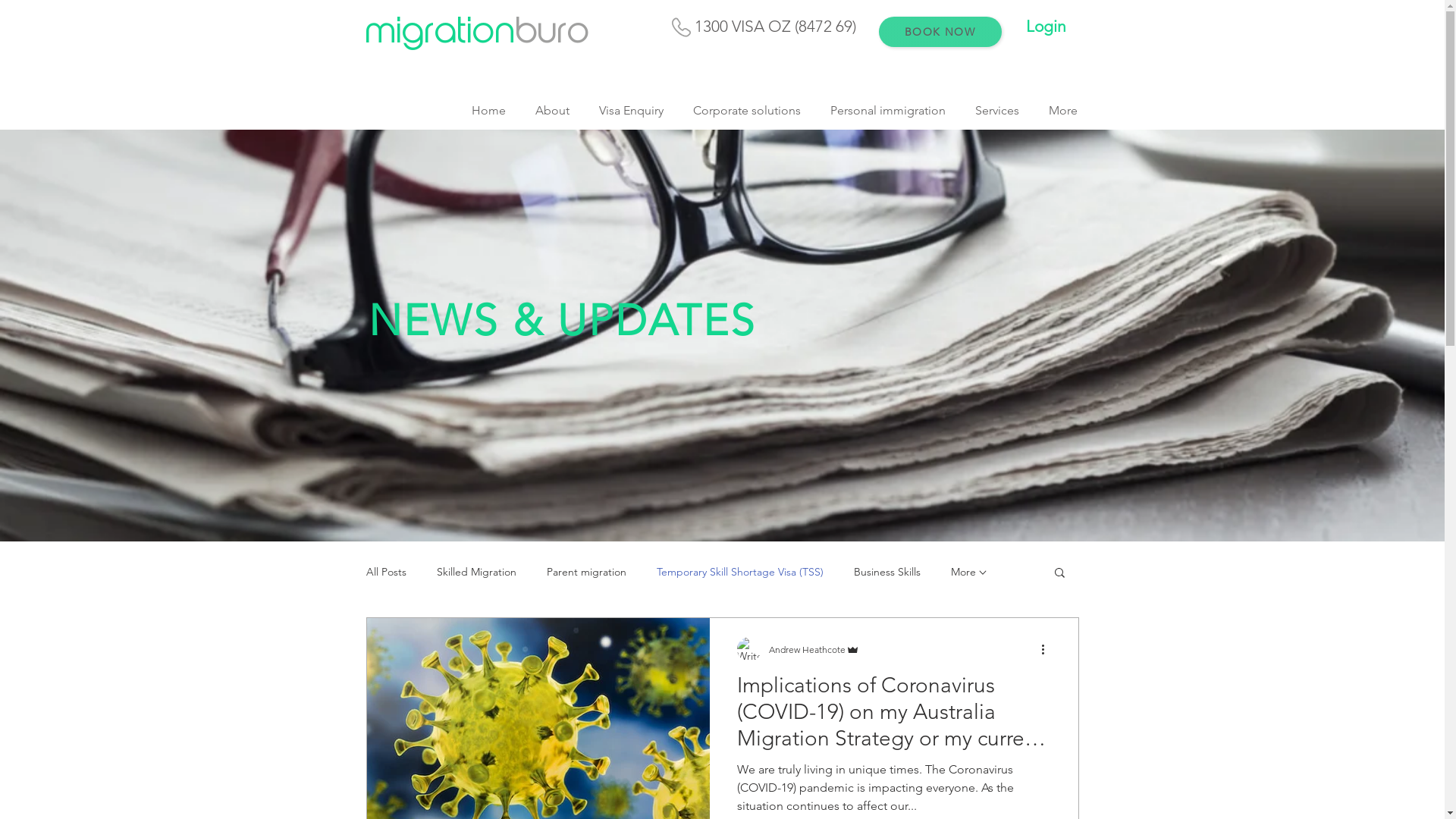  I want to click on 'Home', so click(455, 110).